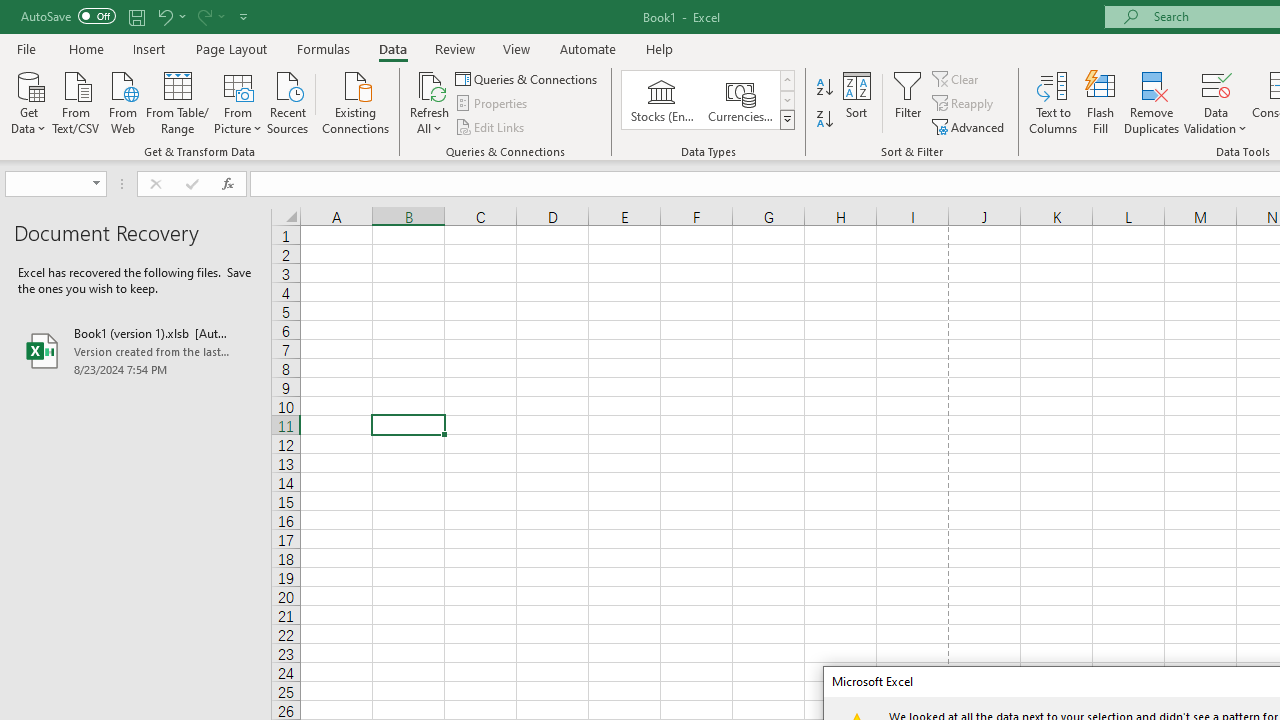  What do you see at coordinates (121, 101) in the screenshot?
I see `'From Web'` at bounding box center [121, 101].